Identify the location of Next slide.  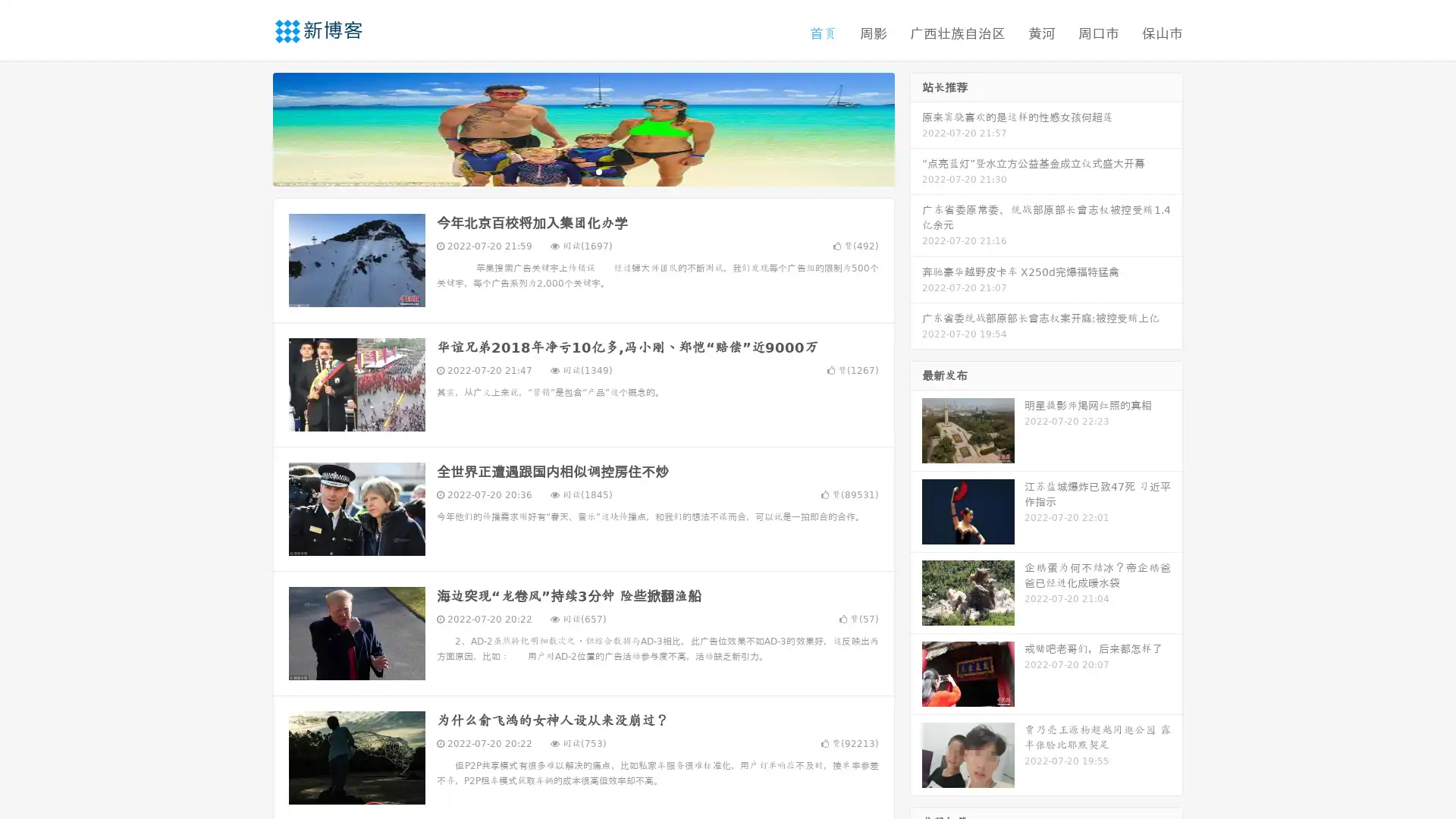
(916, 127).